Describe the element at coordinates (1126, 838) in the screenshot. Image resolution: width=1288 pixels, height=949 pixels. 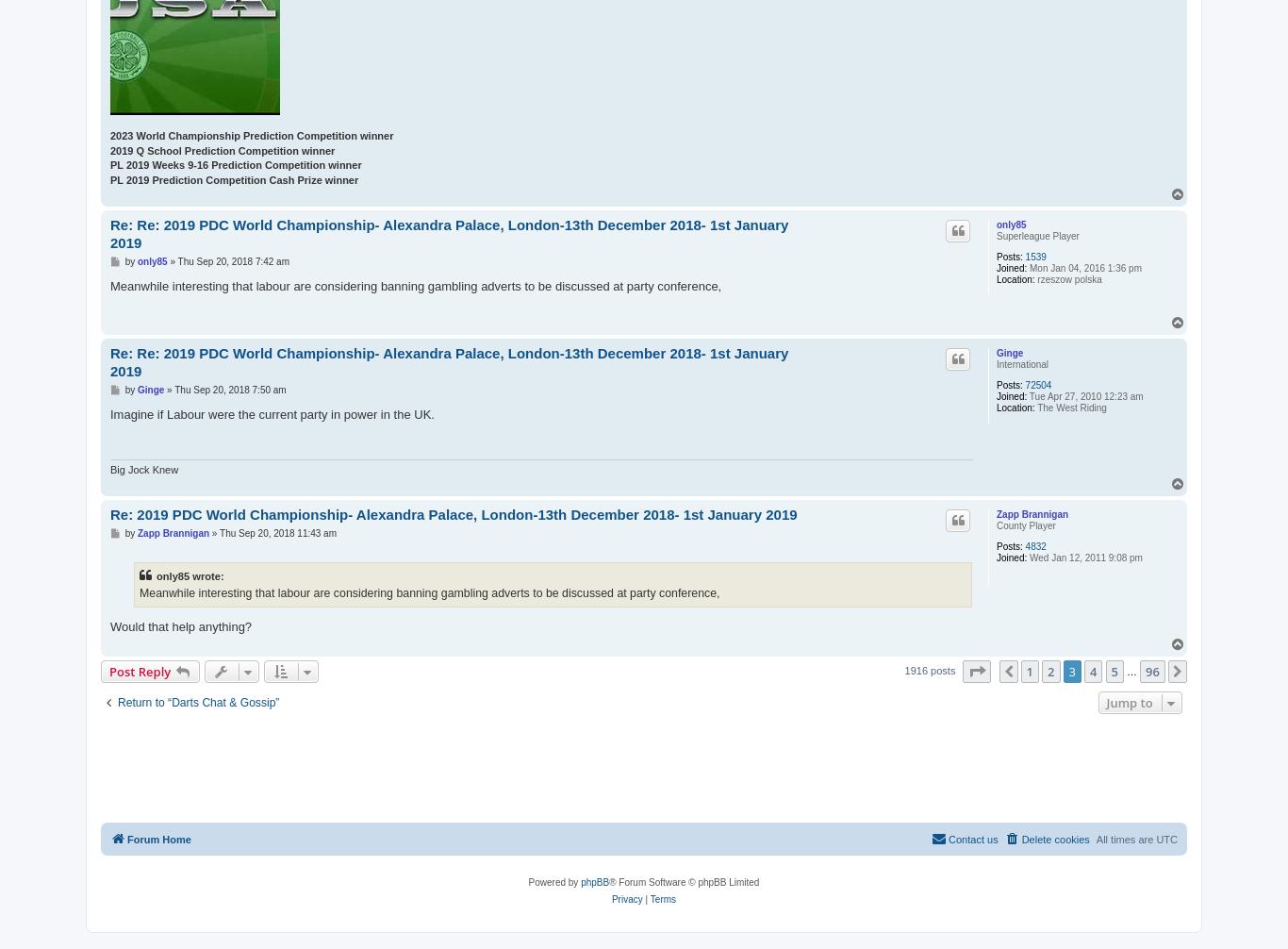
I see `'All times are'` at that location.